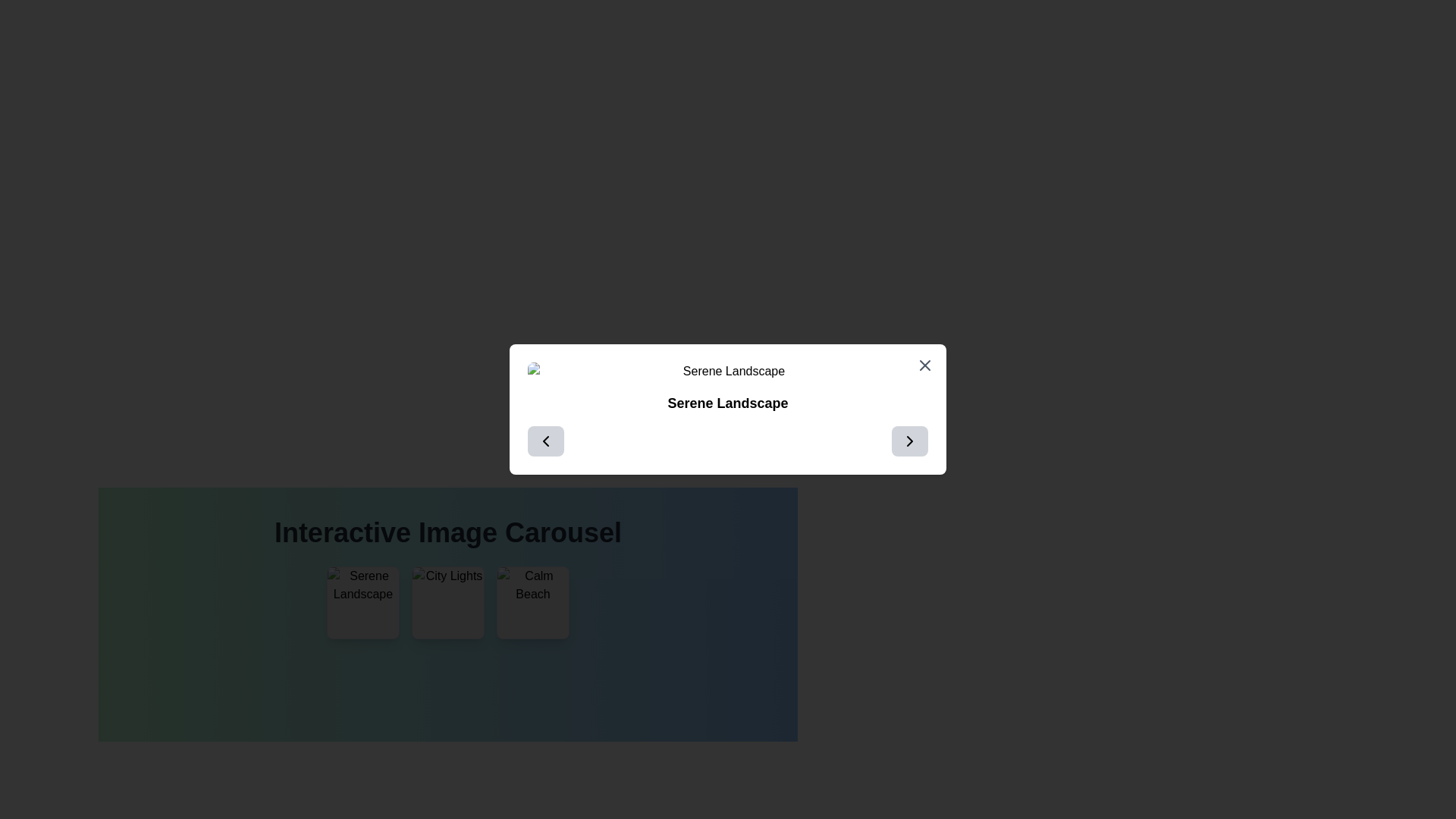 This screenshot has height=819, width=1456. What do you see at coordinates (910, 441) in the screenshot?
I see `the right-pointing arrow icon button located at the bottom-right corner of the modal` at bounding box center [910, 441].